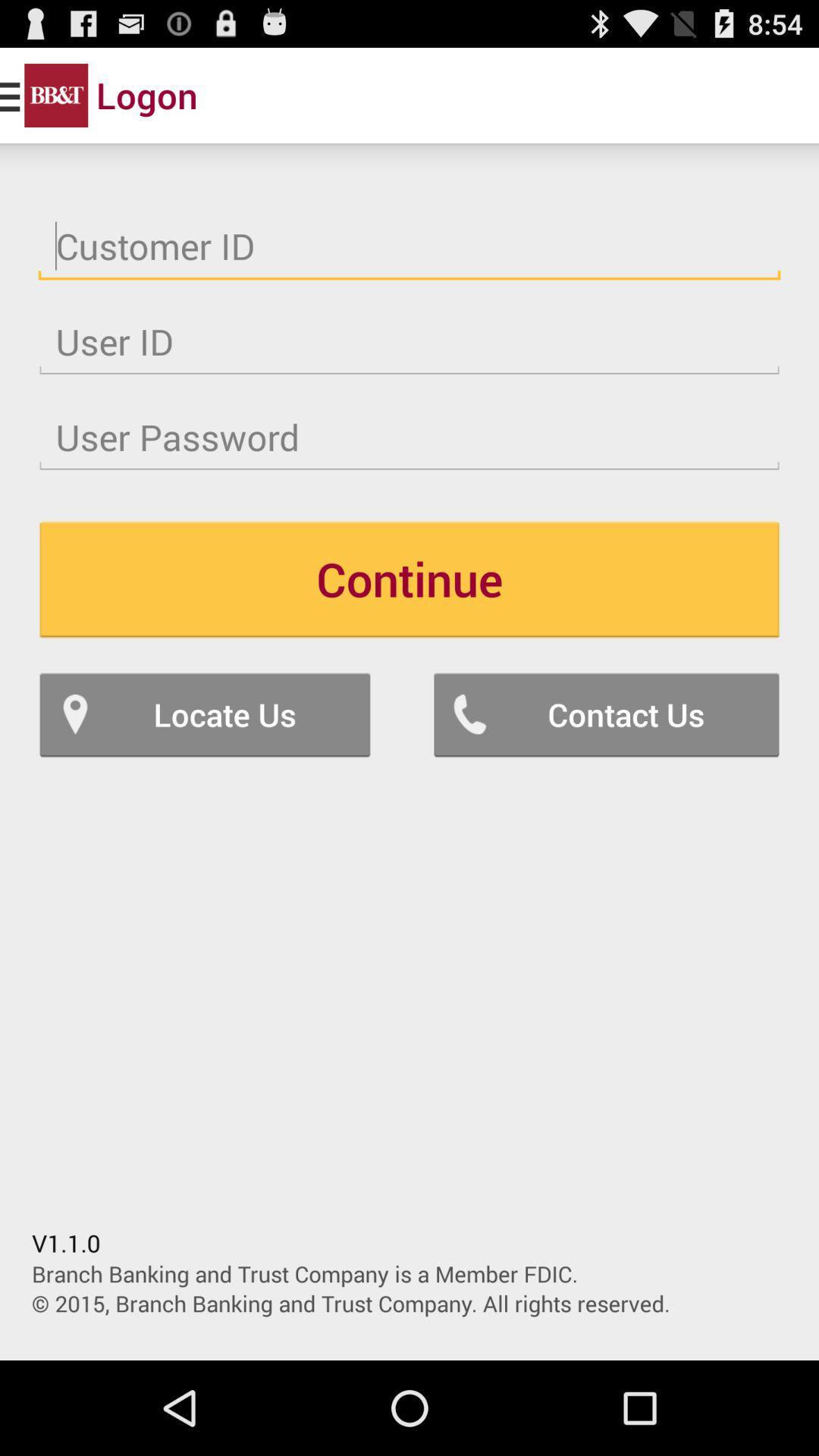 This screenshot has width=819, height=1456. Describe the element at coordinates (605, 714) in the screenshot. I see `the icon on the right` at that location.